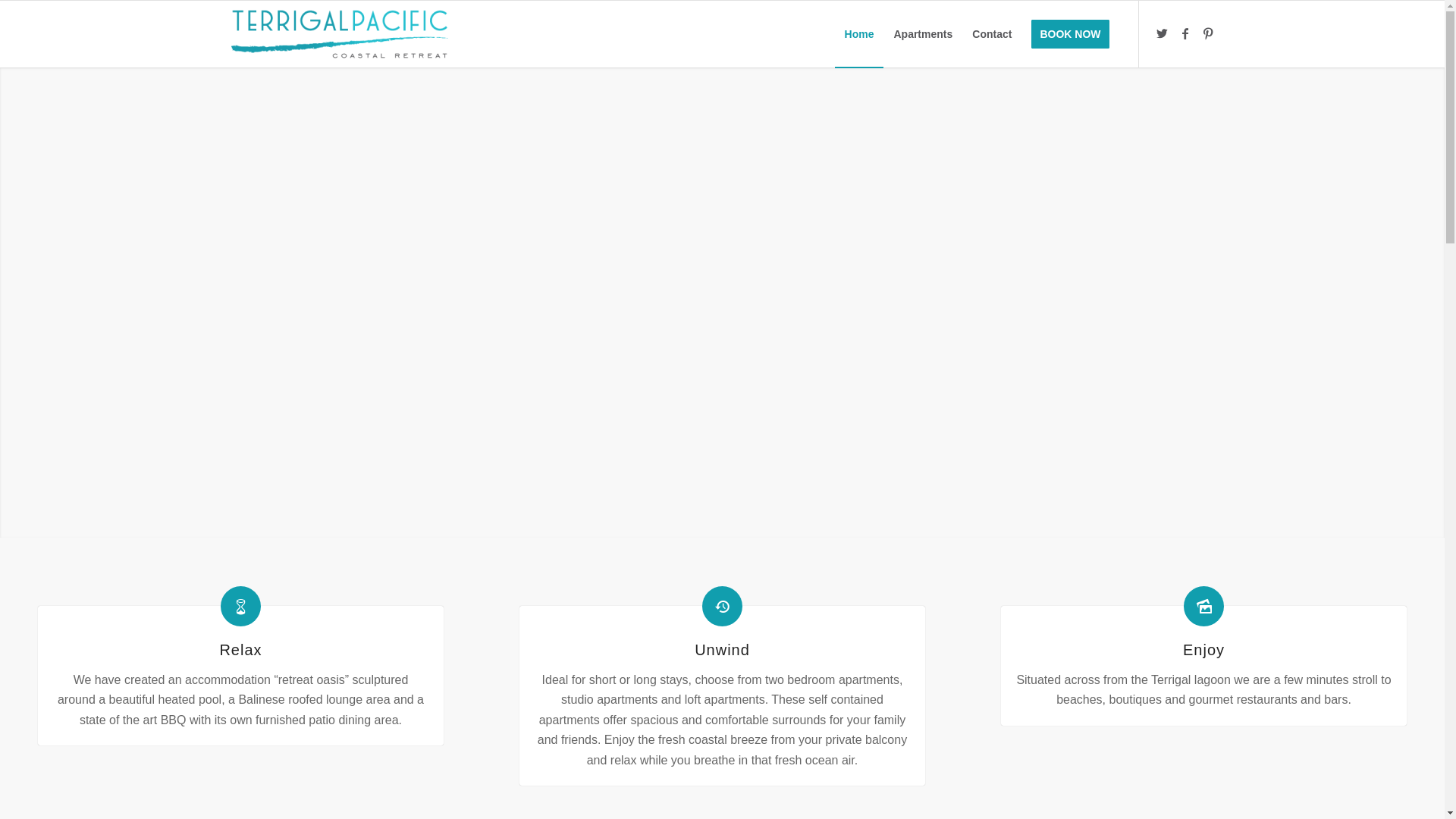 The image size is (1456, 819). I want to click on 'Contact', so click(991, 34).